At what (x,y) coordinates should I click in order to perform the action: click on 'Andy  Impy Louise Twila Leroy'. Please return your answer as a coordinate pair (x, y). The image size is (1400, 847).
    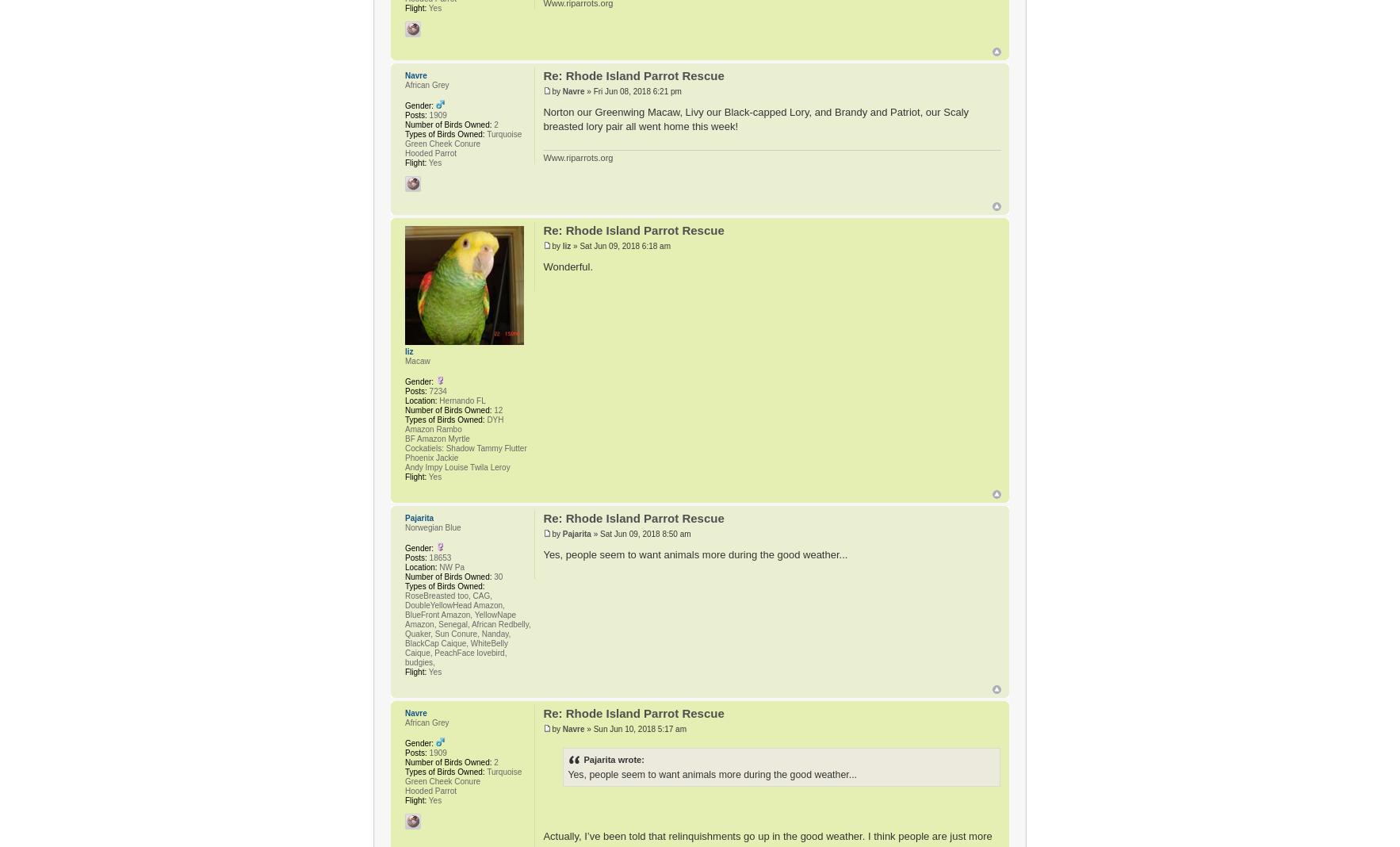
    Looking at the image, I should click on (457, 466).